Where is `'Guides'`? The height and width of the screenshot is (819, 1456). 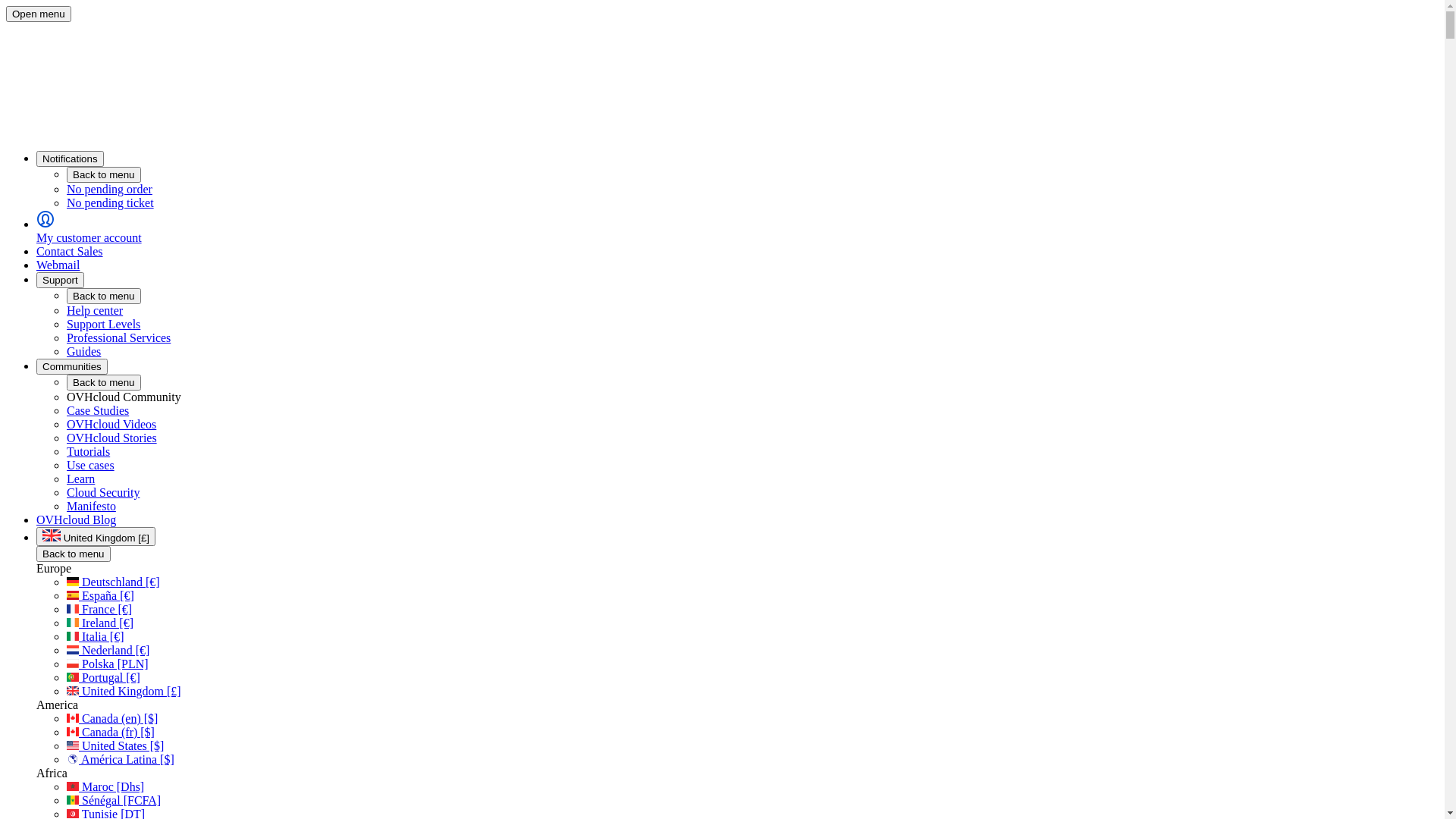 'Guides' is located at coordinates (65, 351).